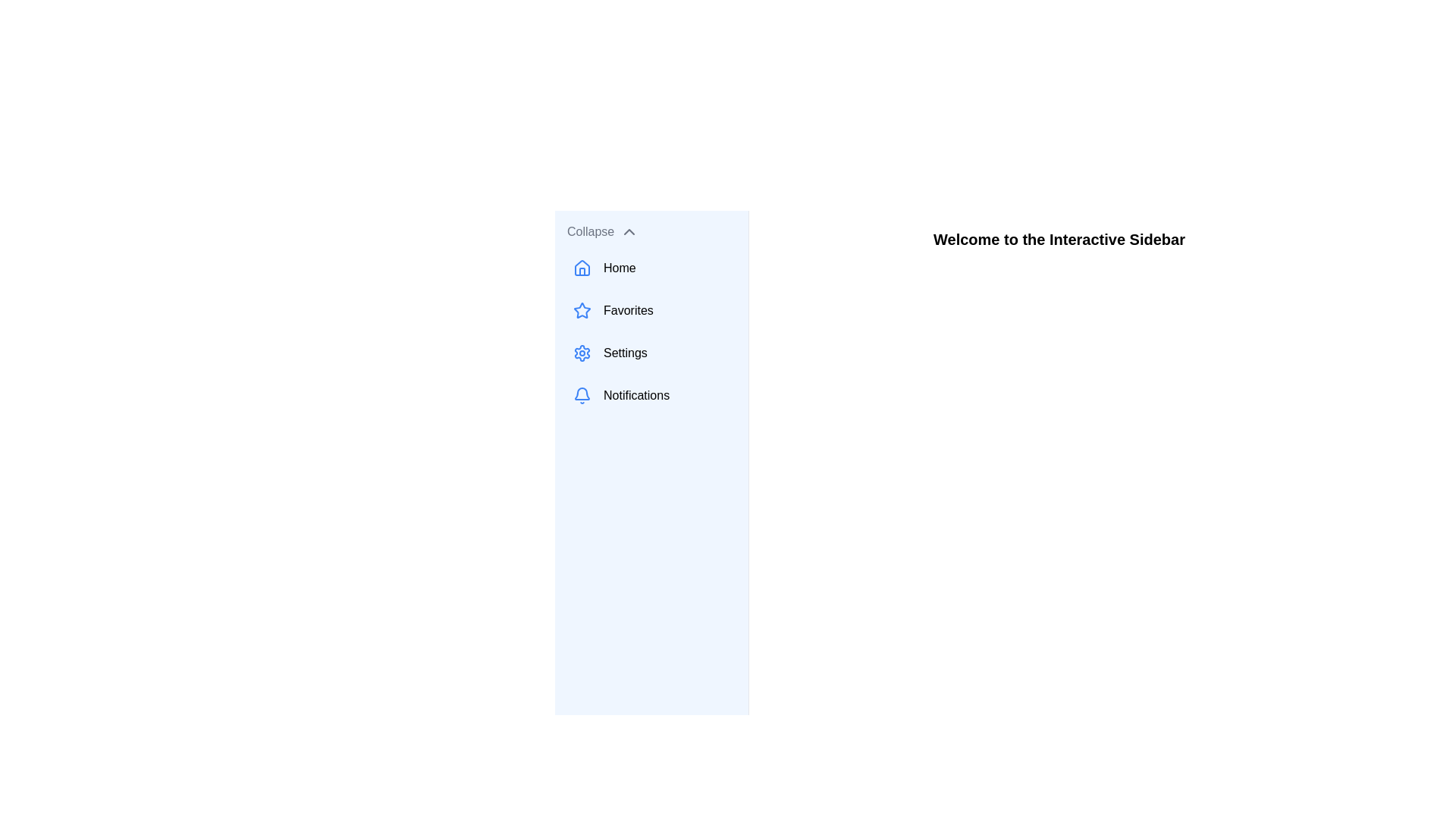 This screenshot has width=1456, height=819. Describe the element at coordinates (620, 268) in the screenshot. I see `the 'Home' text label in bold black font` at that location.